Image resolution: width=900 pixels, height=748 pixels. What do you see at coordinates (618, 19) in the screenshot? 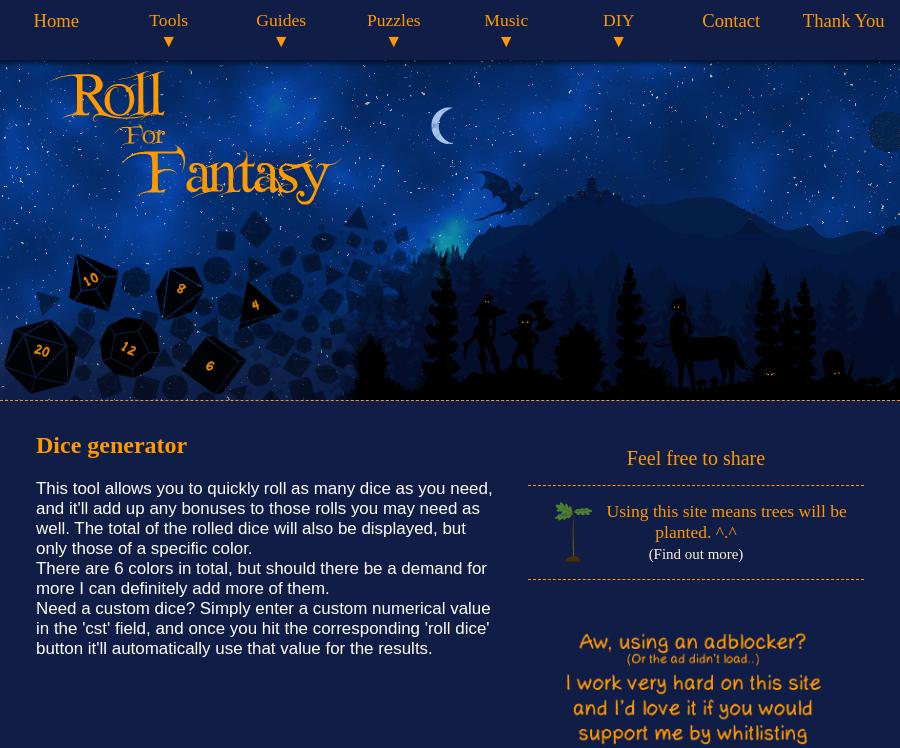
I see `'DIY'` at bounding box center [618, 19].